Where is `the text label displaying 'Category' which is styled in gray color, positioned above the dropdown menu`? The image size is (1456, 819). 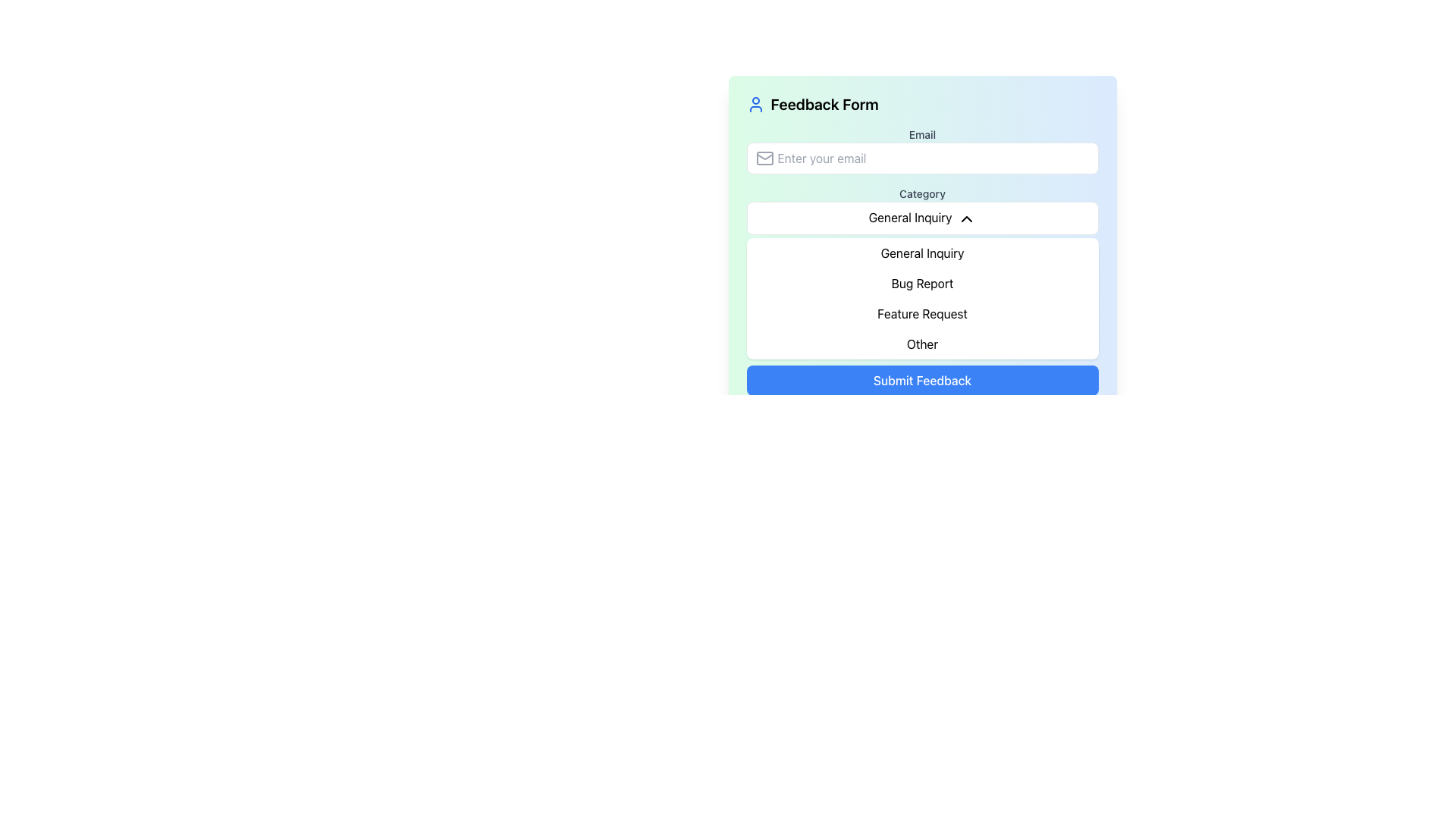 the text label displaying 'Category' which is styled in gray color, positioned above the dropdown menu is located at coordinates (921, 193).